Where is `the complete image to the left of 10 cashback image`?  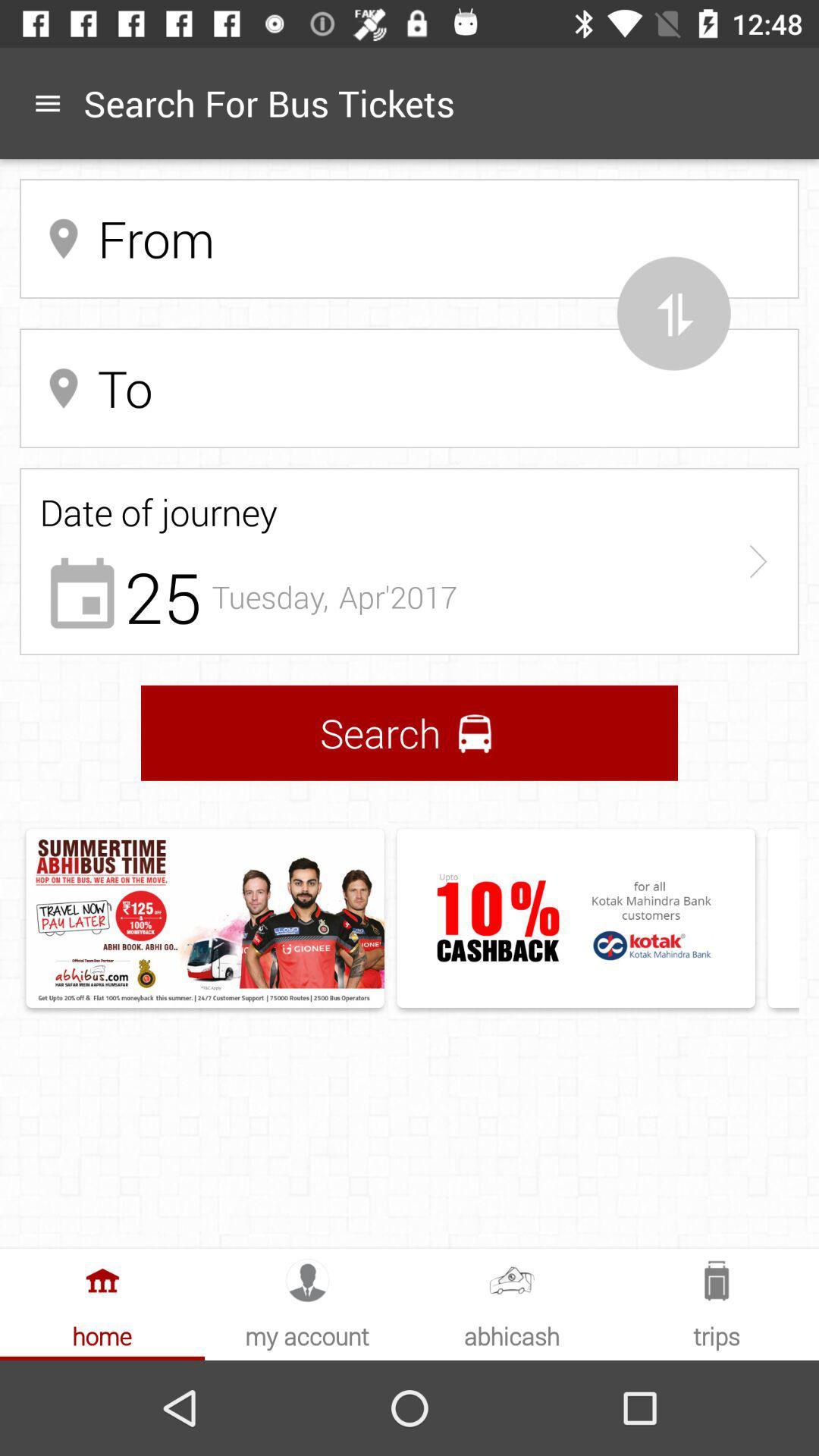
the complete image to the left of 10 cashback image is located at coordinates (205, 917).